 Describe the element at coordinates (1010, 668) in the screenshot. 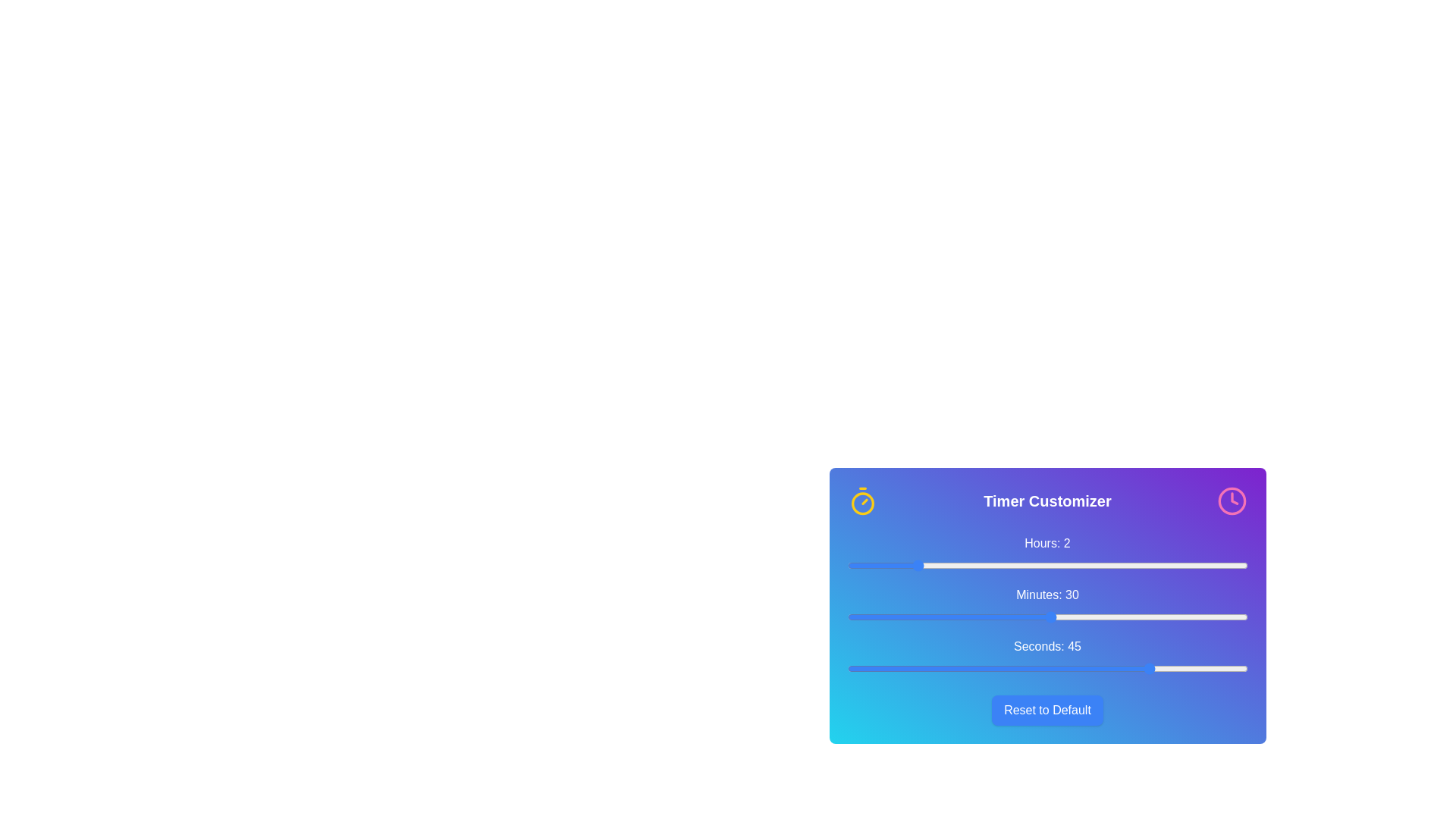

I see `the 'seconds' slider to set the value to 24` at that location.